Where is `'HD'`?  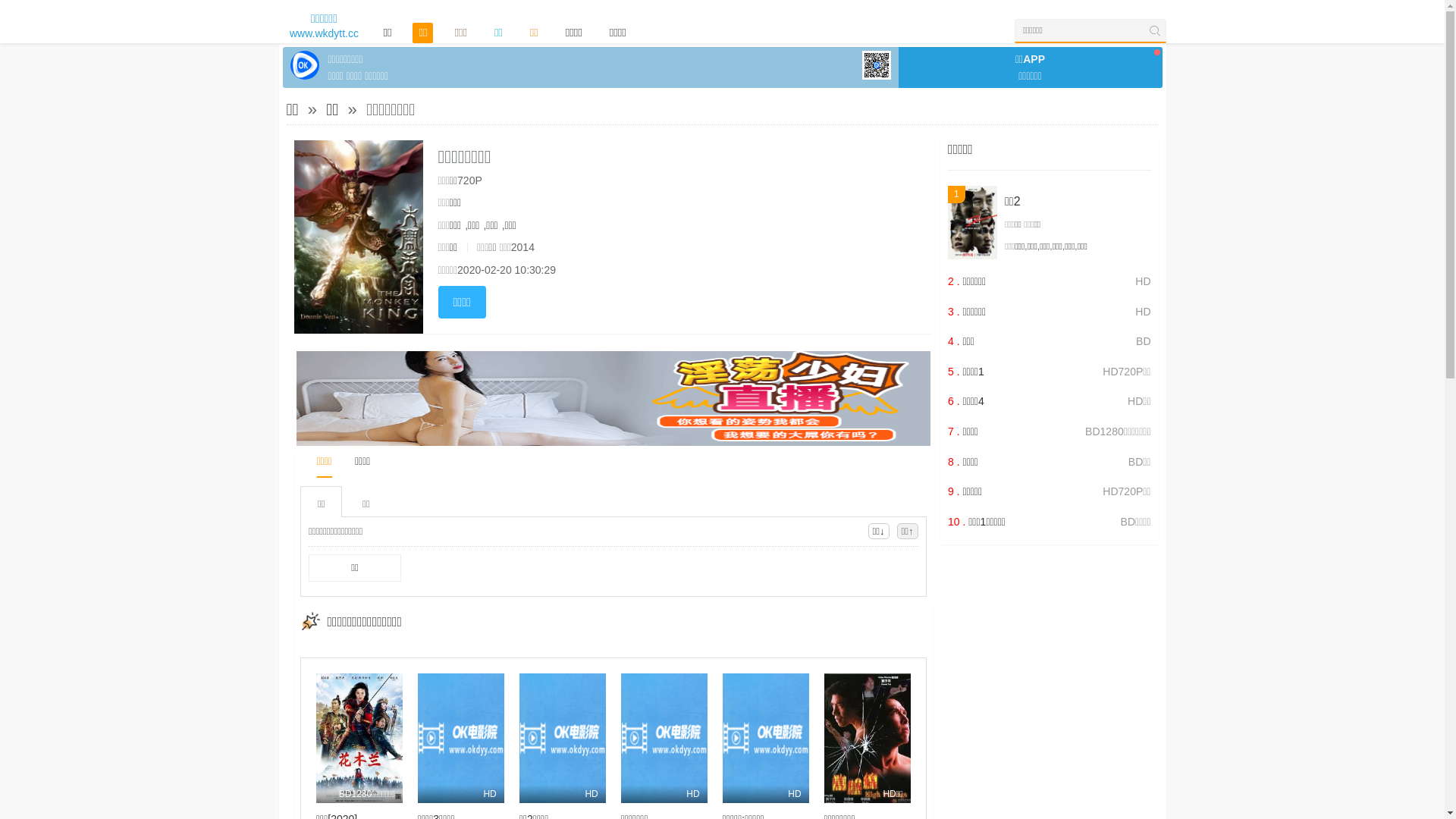 'HD' is located at coordinates (460, 737).